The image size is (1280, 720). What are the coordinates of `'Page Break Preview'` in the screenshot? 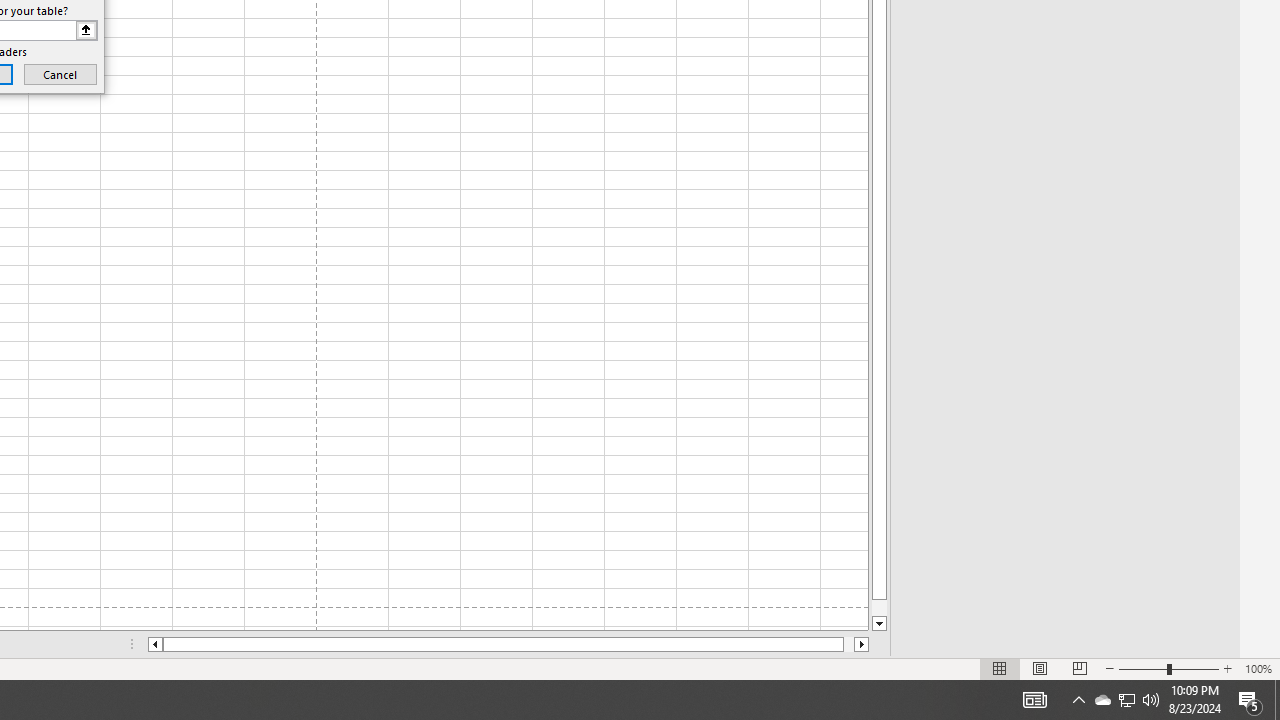 It's located at (1078, 669).